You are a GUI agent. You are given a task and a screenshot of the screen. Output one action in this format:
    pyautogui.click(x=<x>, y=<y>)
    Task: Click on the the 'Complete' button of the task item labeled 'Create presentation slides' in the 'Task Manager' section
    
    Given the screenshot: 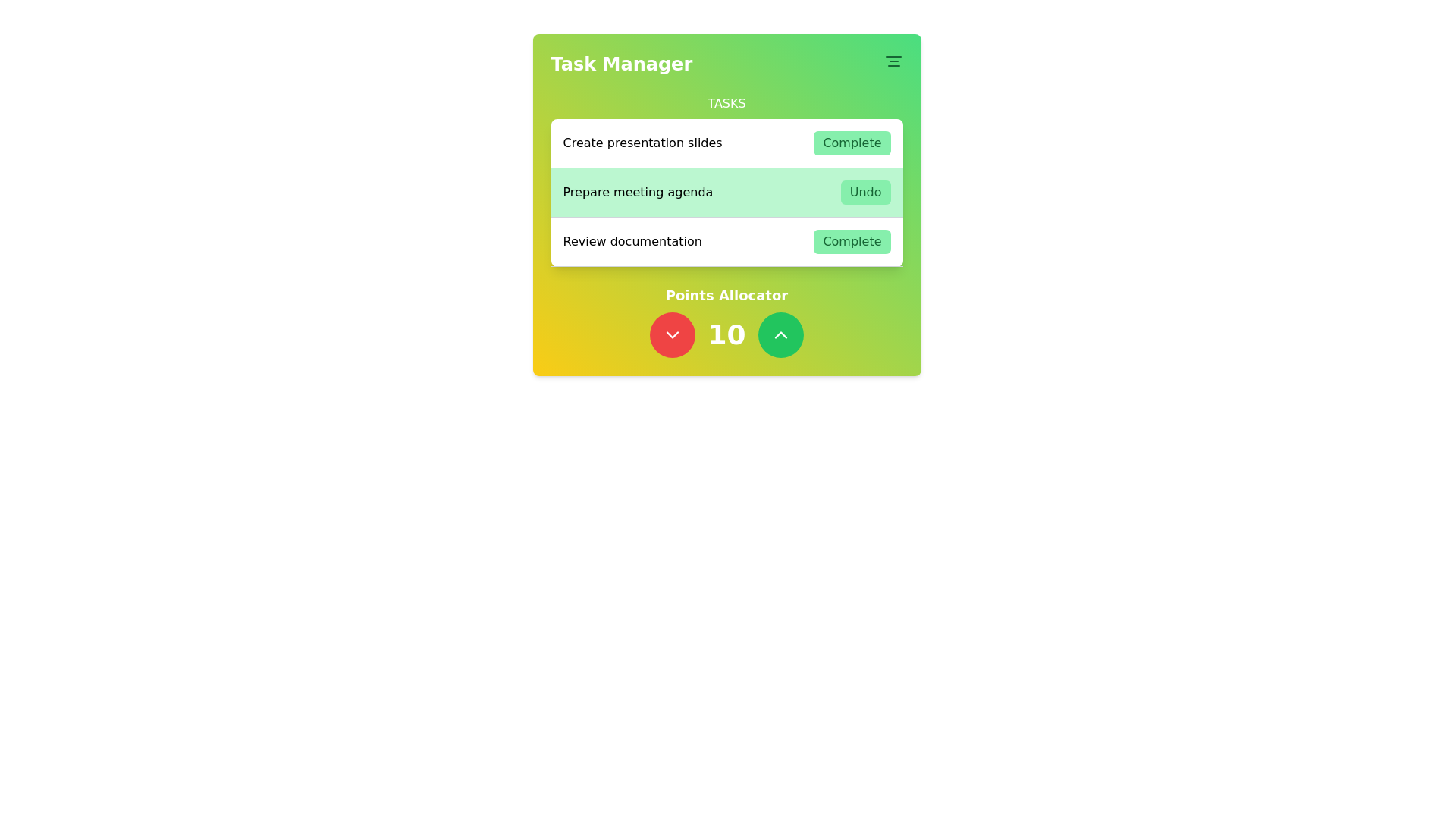 What is the action you would take?
    pyautogui.click(x=726, y=143)
    